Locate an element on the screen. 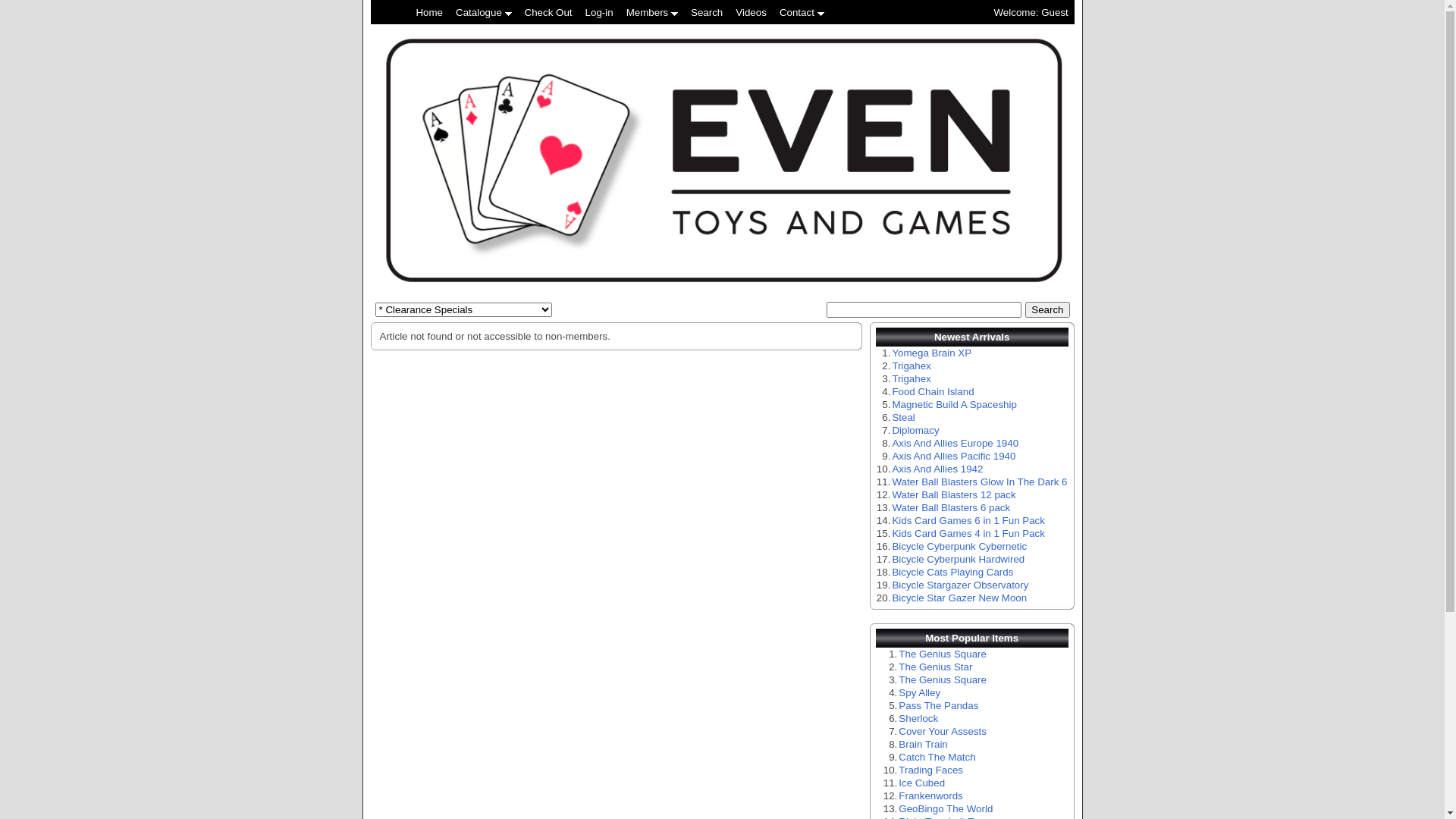  'Search' is located at coordinates (1046, 309).